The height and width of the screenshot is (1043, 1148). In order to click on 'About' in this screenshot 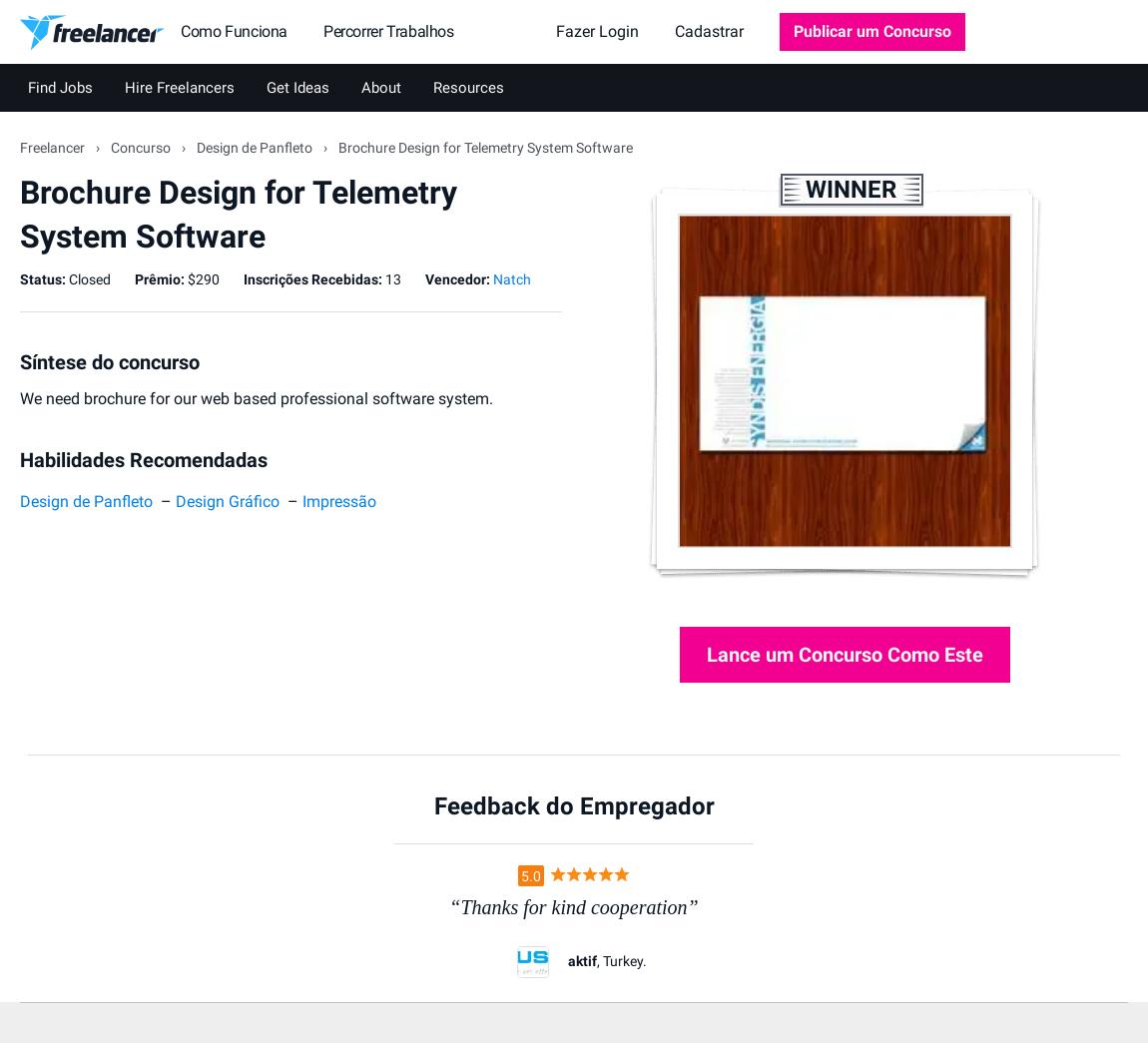, I will do `click(381, 87)`.